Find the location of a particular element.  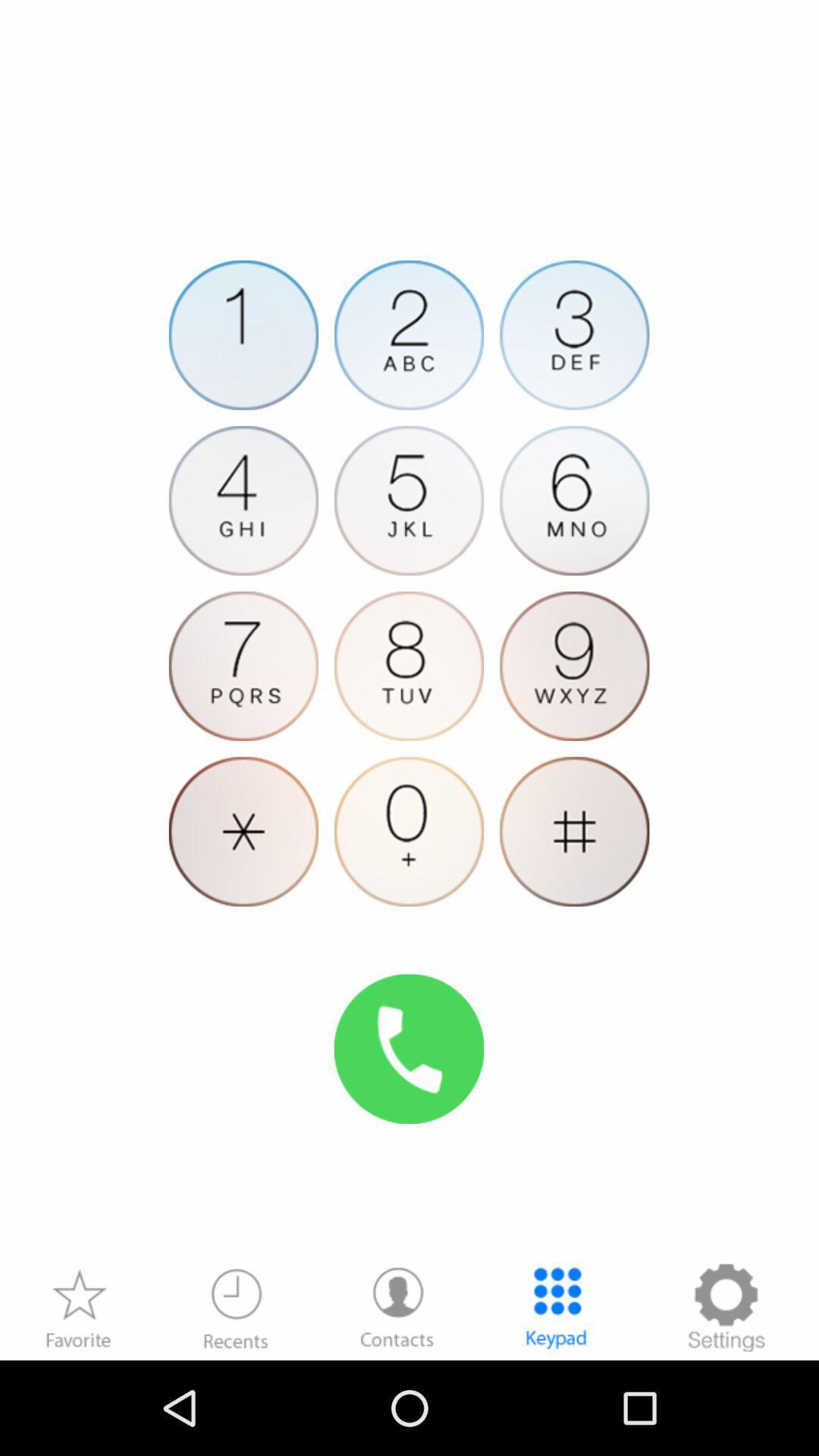

the close icon is located at coordinates (243, 890).